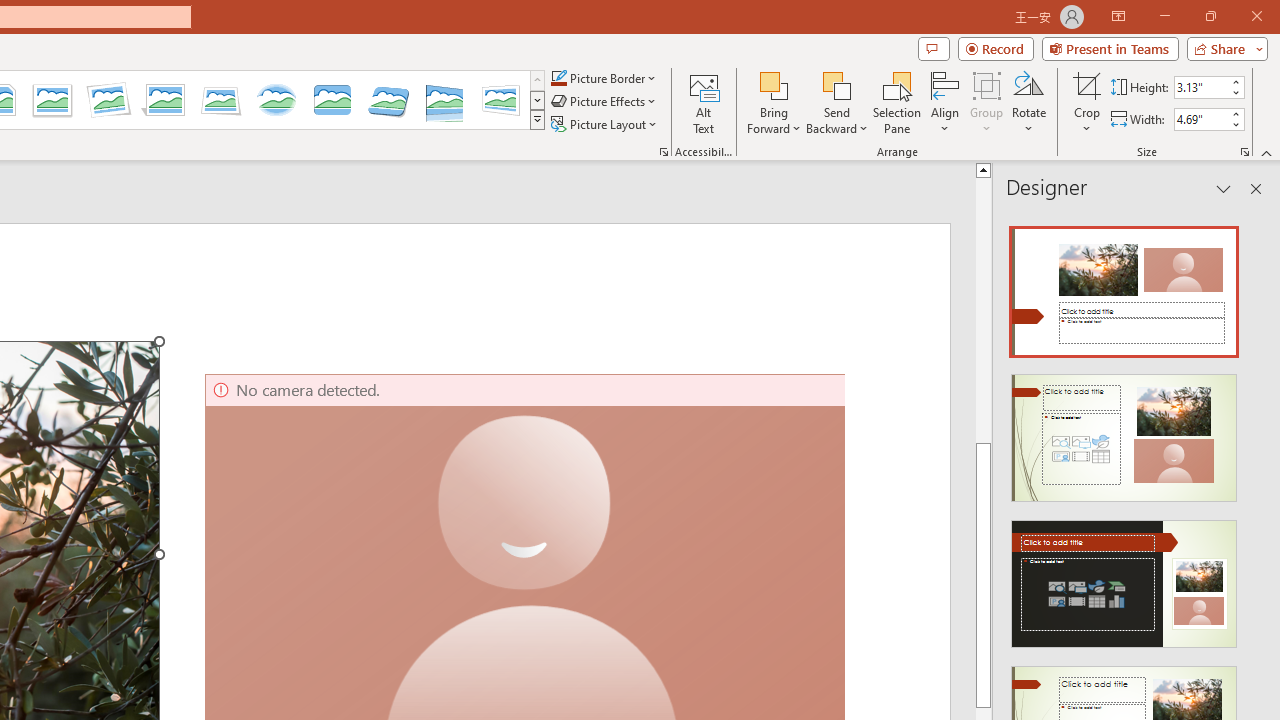  I want to click on 'Picture Effects', so click(604, 101).